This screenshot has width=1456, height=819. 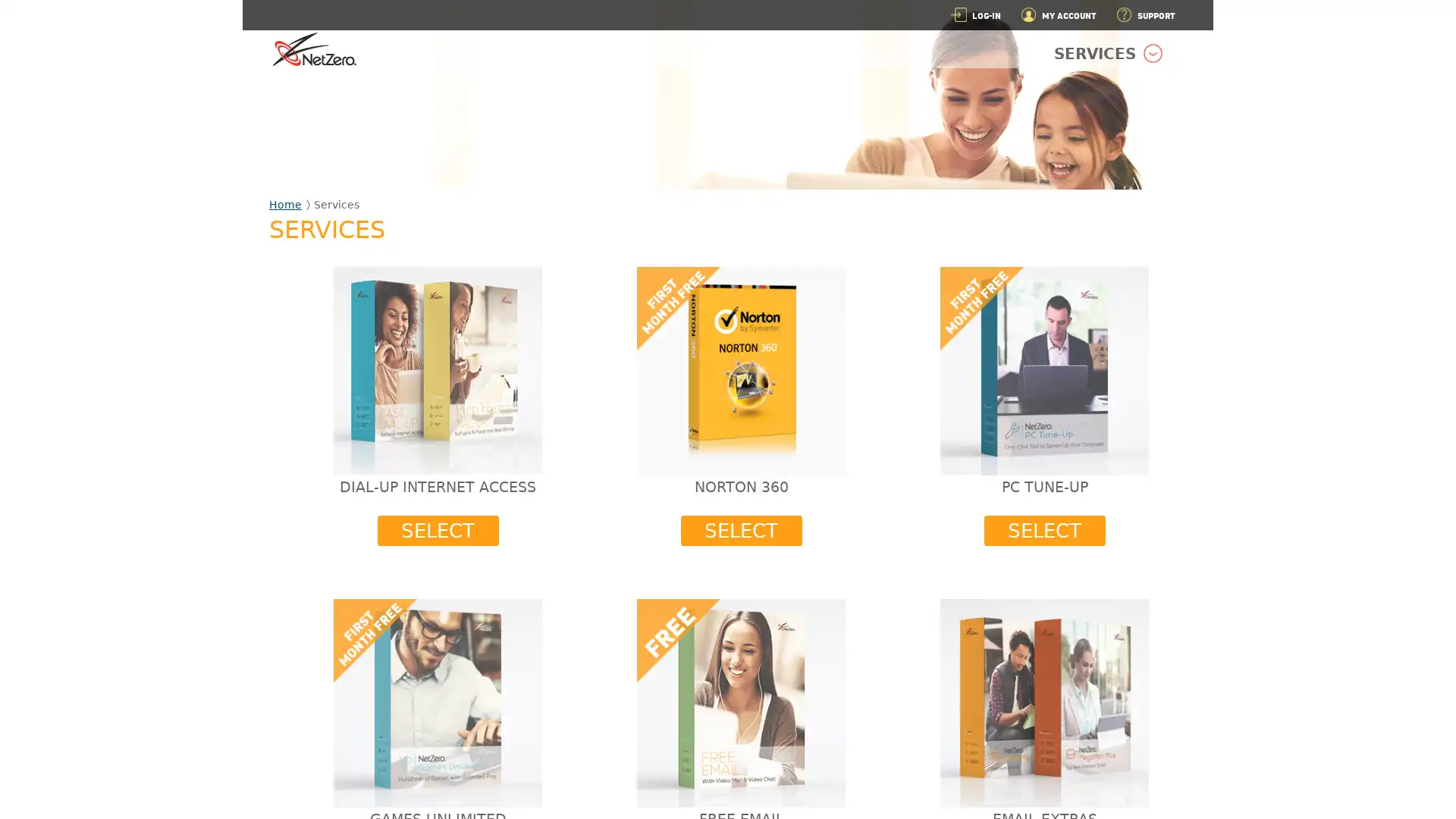 What do you see at coordinates (741, 529) in the screenshot?
I see `SELECT` at bounding box center [741, 529].